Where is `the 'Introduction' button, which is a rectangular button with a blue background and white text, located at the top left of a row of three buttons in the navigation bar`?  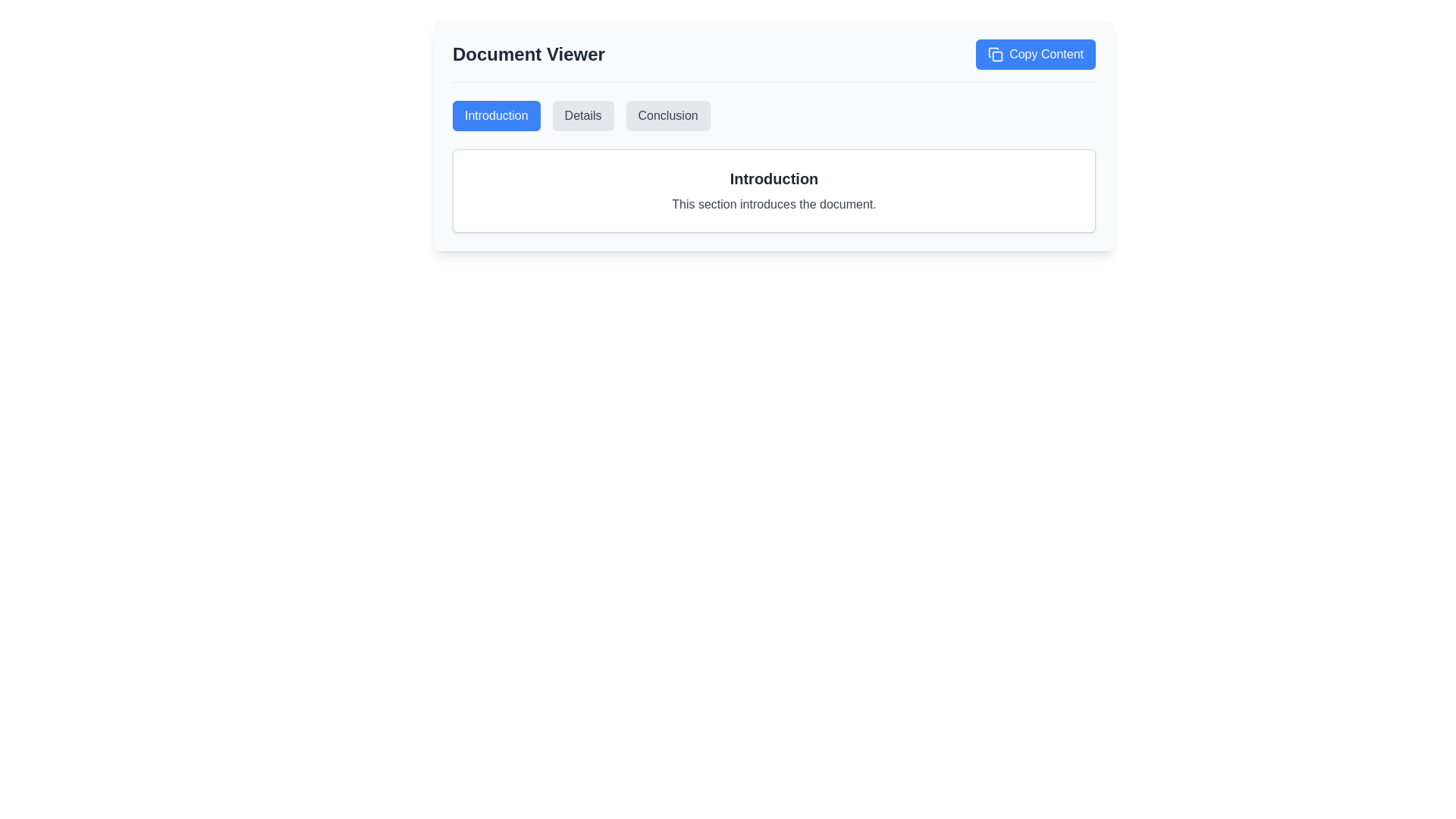
the 'Introduction' button, which is a rectangular button with a blue background and white text, located at the top left of a row of three buttons in the navigation bar is located at coordinates (496, 115).